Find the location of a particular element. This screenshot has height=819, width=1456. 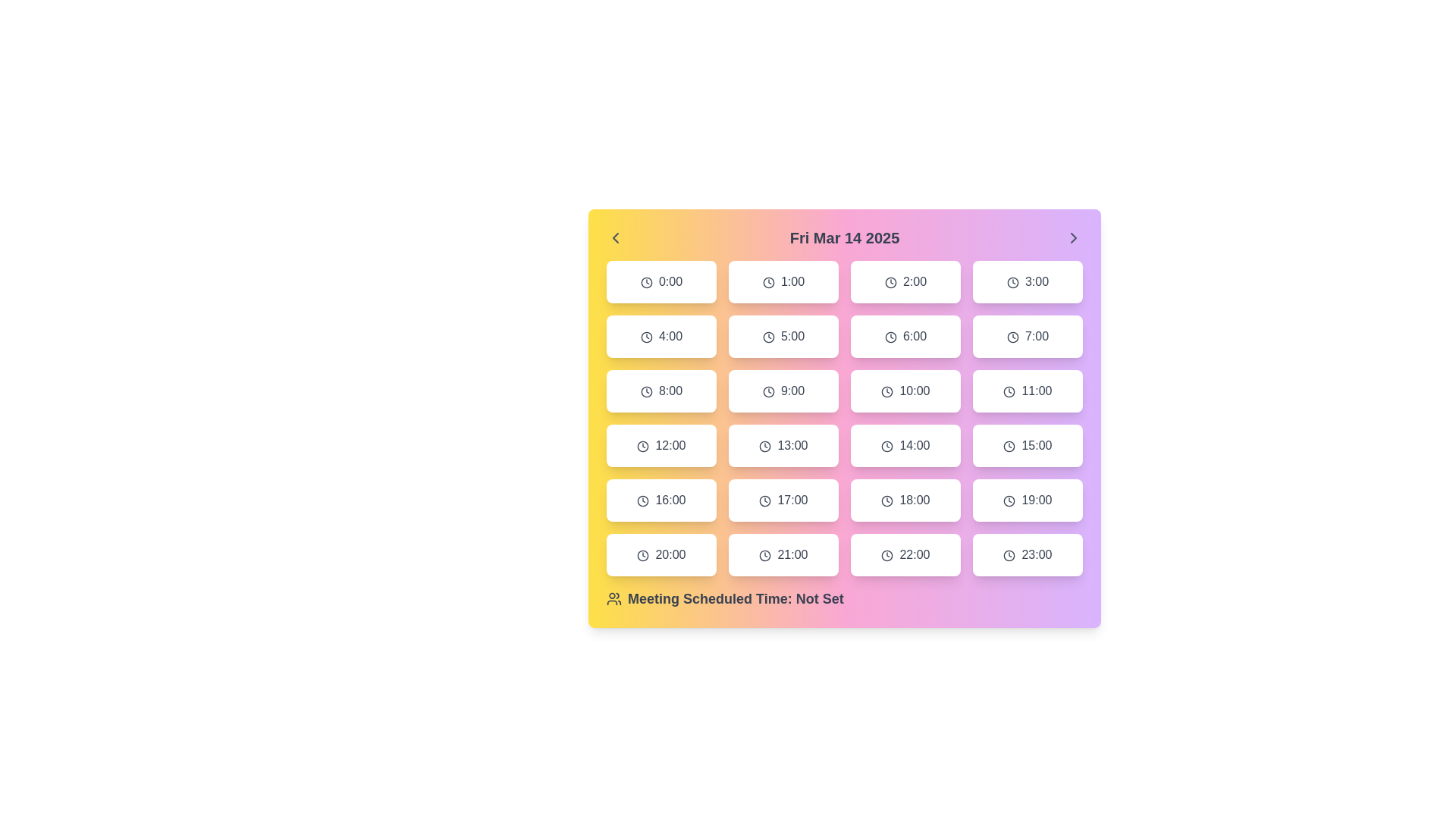

the time selection button labeled '17:00' with a clock icon, located in the 2nd column and 5th row of the grid layout is located at coordinates (783, 500).